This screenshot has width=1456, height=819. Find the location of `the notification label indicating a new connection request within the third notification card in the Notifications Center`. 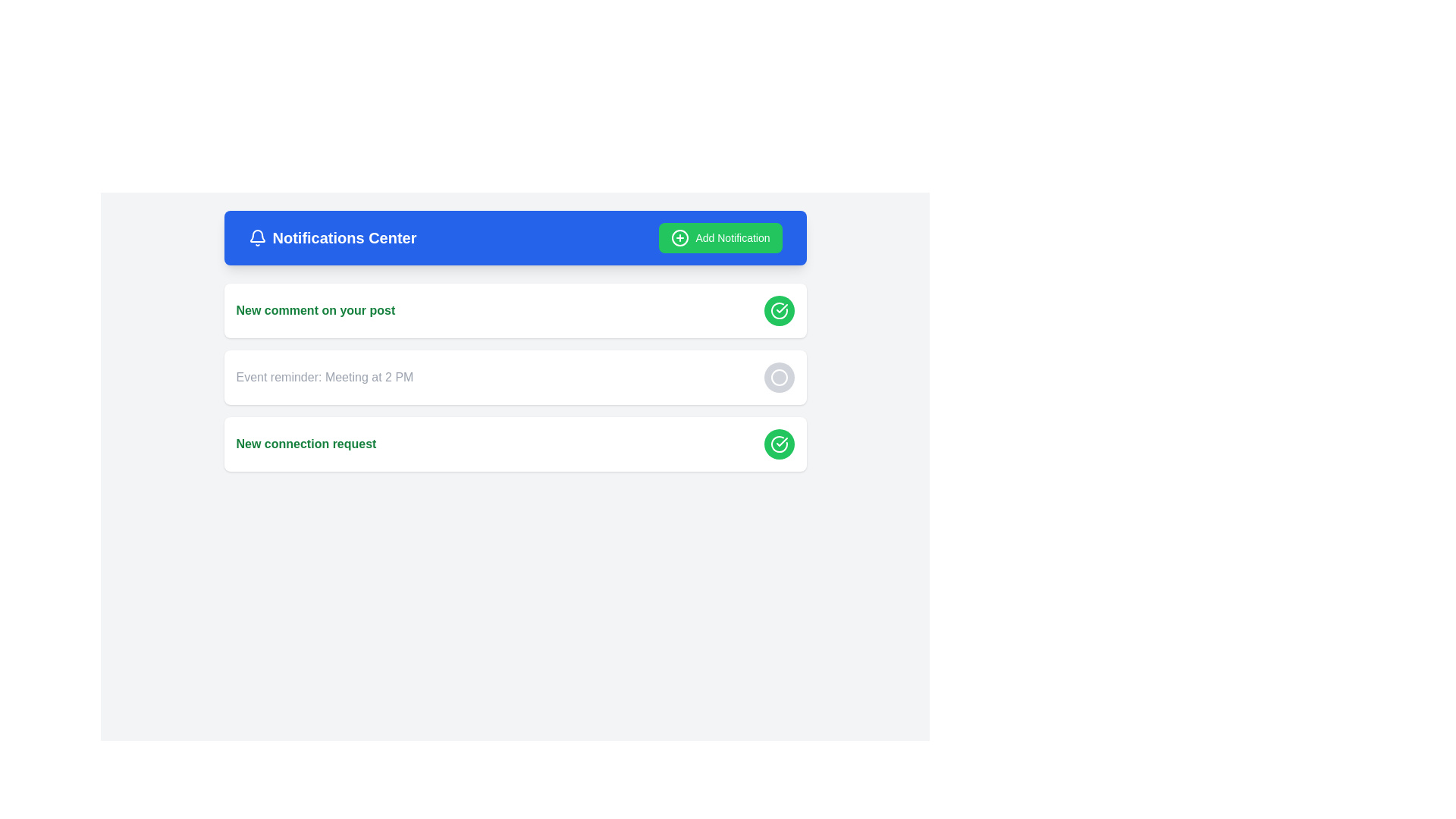

the notification label indicating a new connection request within the third notification card in the Notifications Center is located at coordinates (305, 444).